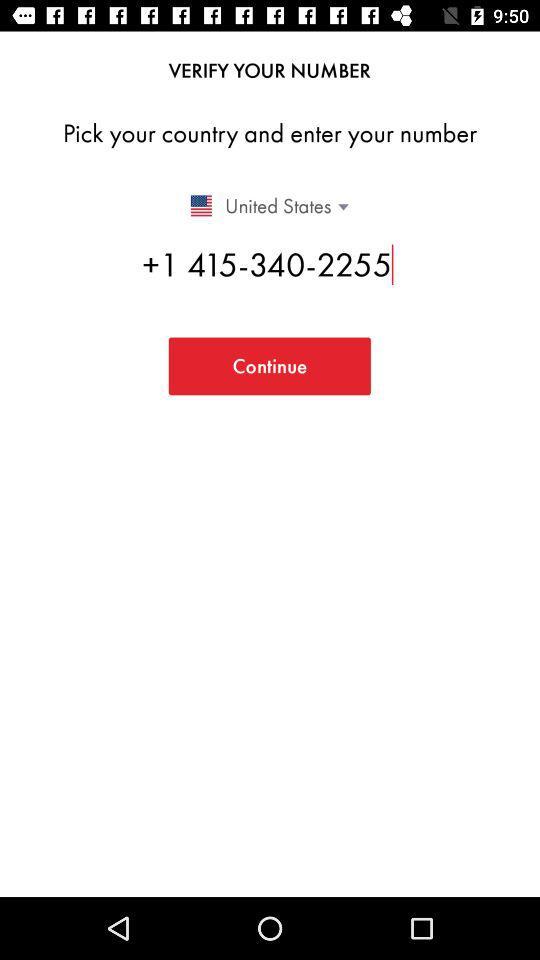 Image resolution: width=540 pixels, height=960 pixels. Describe the element at coordinates (270, 263) in the screenshot. I see `item above the continue` at that location.